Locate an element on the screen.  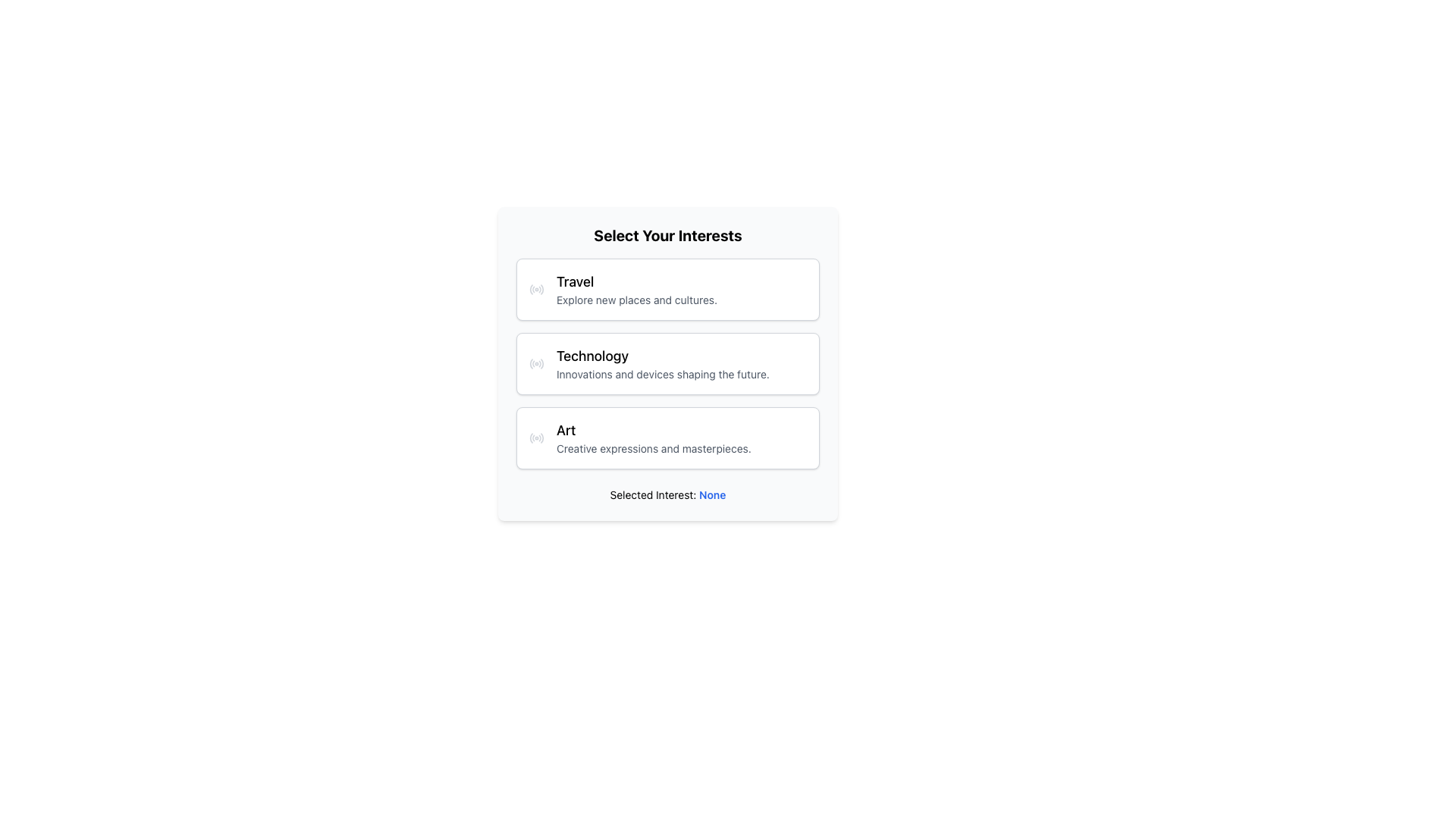
text of the label for the 'Art' interest option located in the center of the third selectable card in the list labeled 'Select Your Interests' is located at coordinates (654, 438).